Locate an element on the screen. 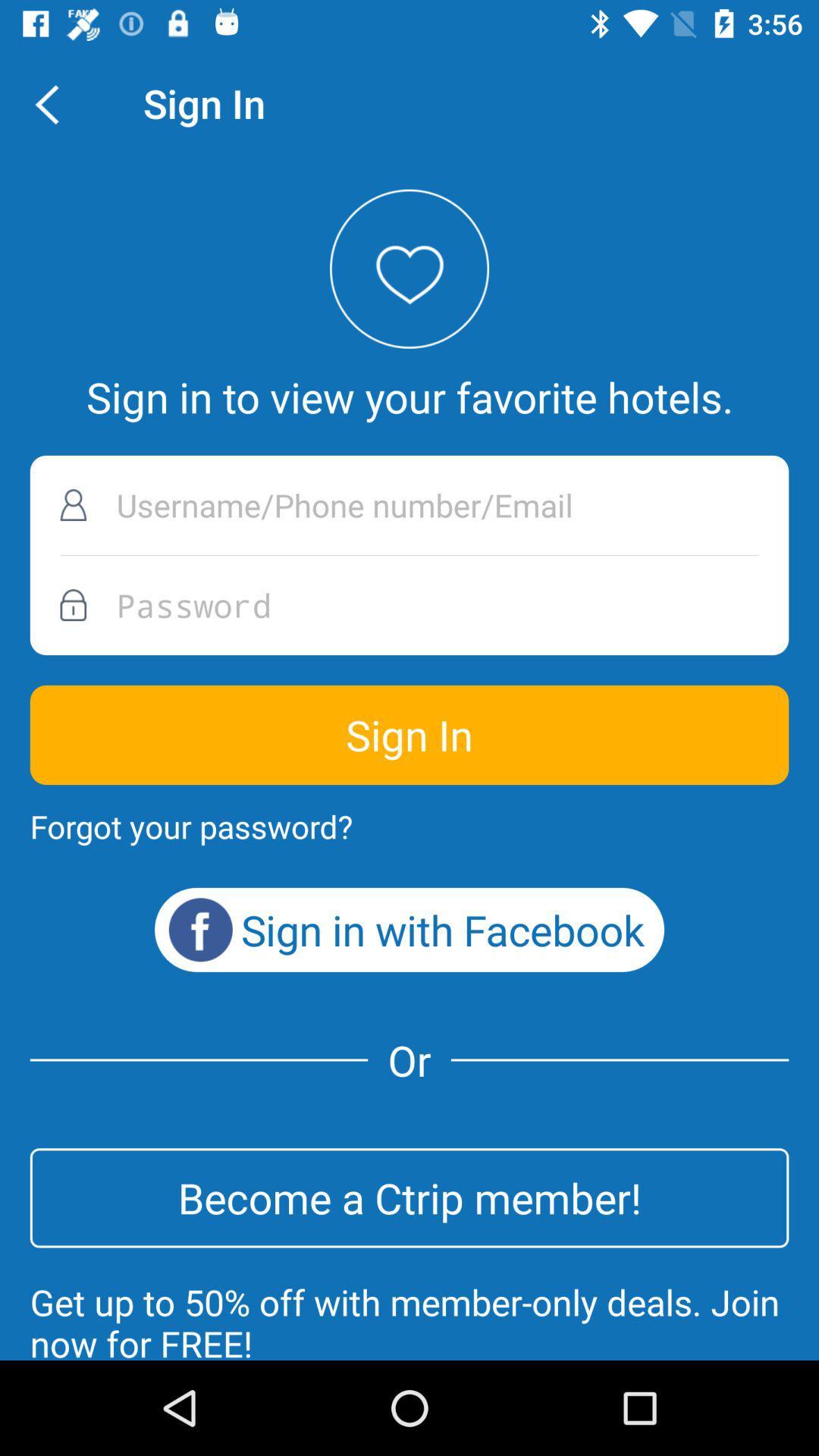 The image size is (819, 1456). password is located at coordinates (409, 604).